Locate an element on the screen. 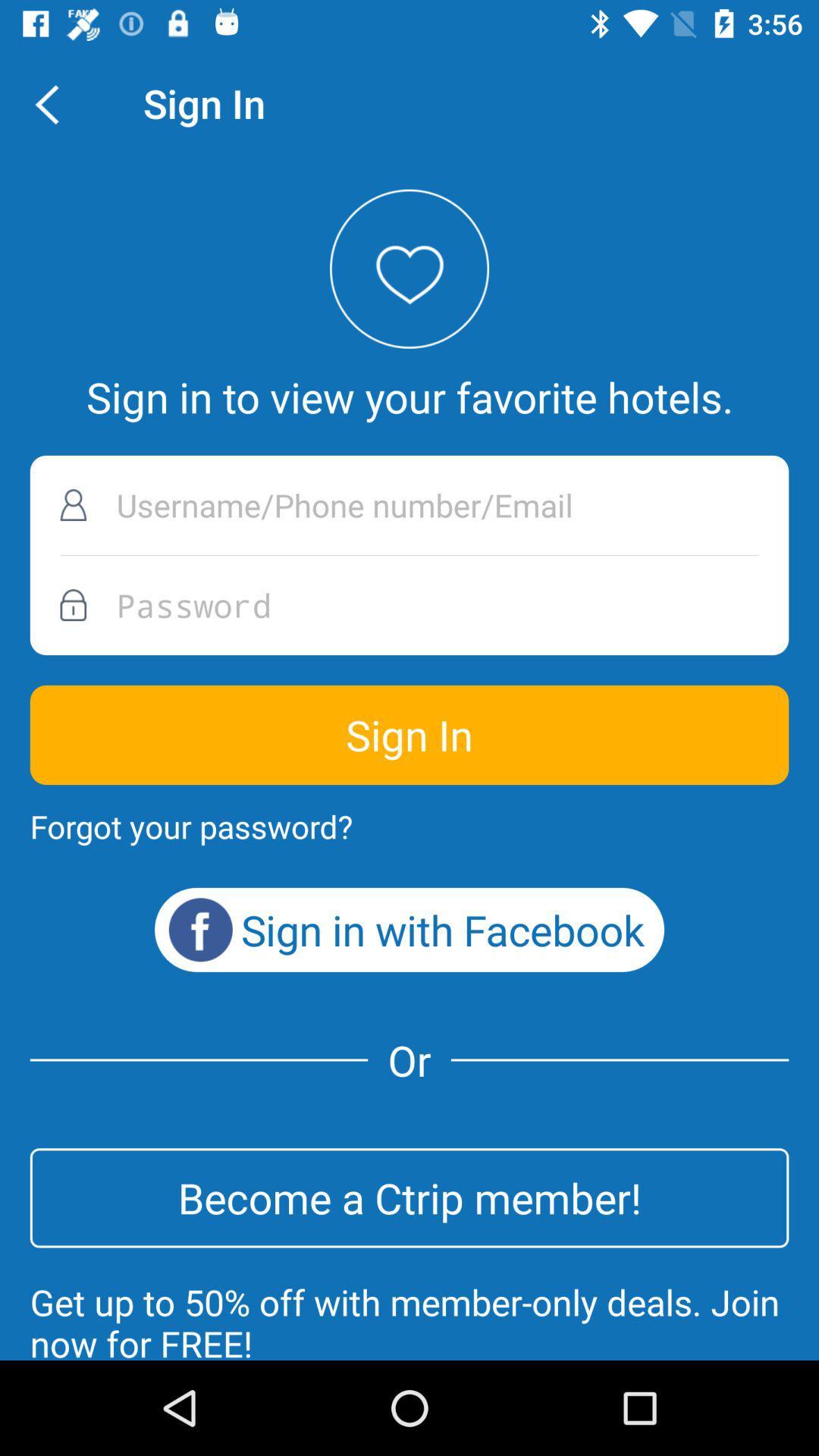 The image size is (819, 1456). password is located at coordinates (409, 604).